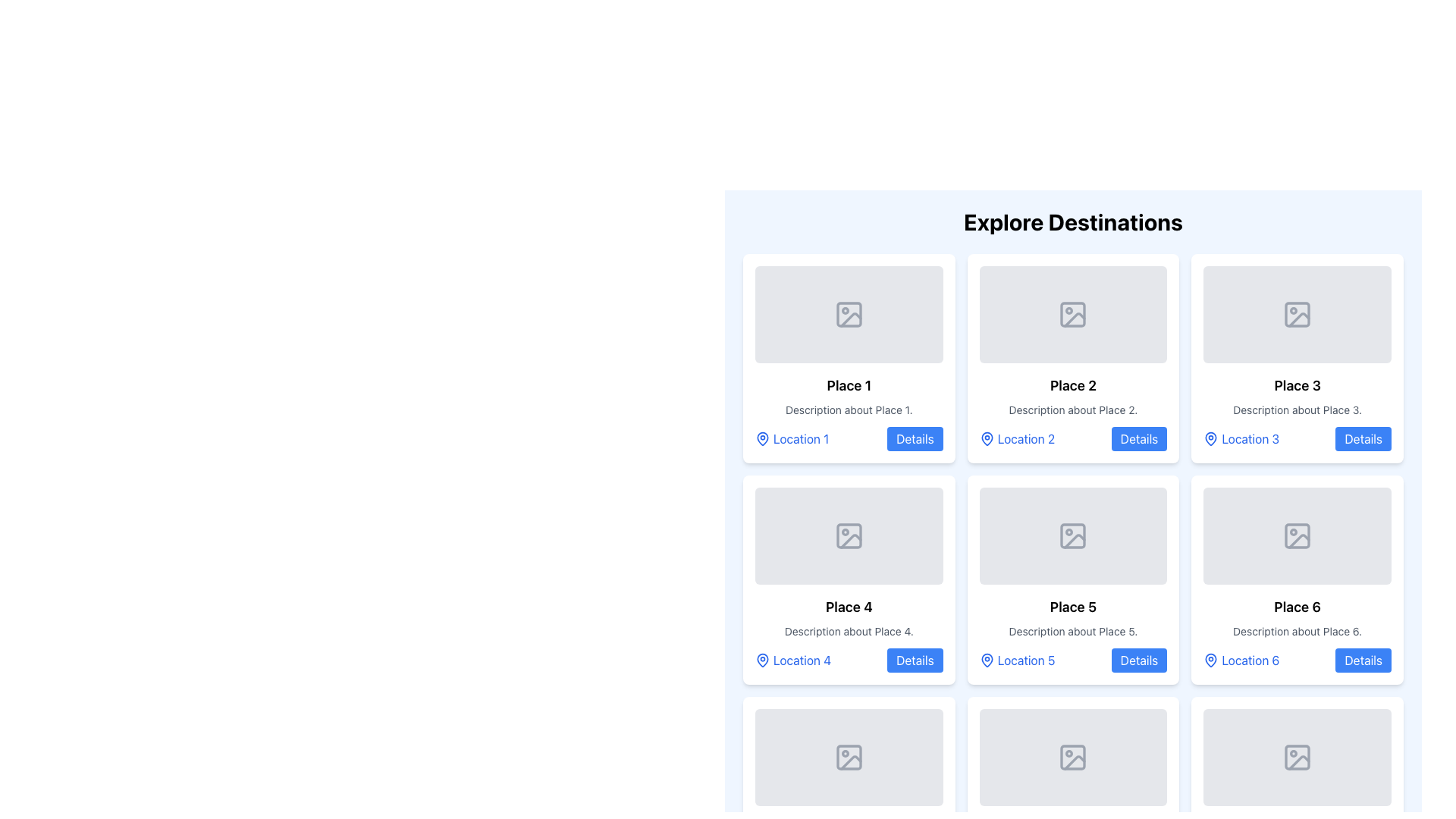 This screenshot has width=1456, height=819. What do you see at coordinates (1363, 438) in the screenshot?
I see `the interactive button located in the bottom-right corner of the card labeled 'Place 3'` at bounding box center [1363, 438].